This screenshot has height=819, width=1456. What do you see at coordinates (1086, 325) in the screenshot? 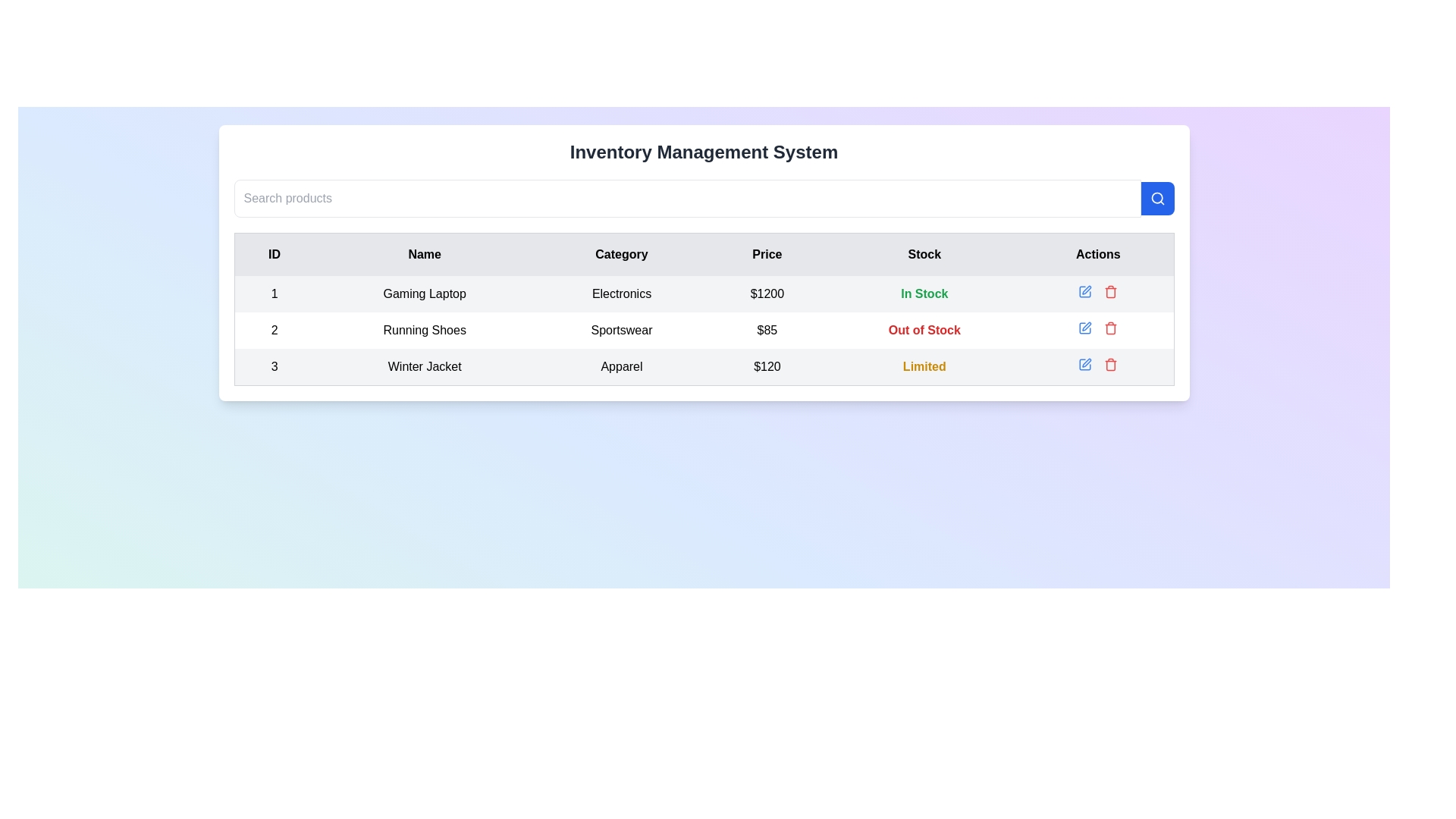
I see `the small, square pen icon styled in line-art design located in the 'Actions' column for the 'Running Shoes' entry` at bounding box center [1086, 325].